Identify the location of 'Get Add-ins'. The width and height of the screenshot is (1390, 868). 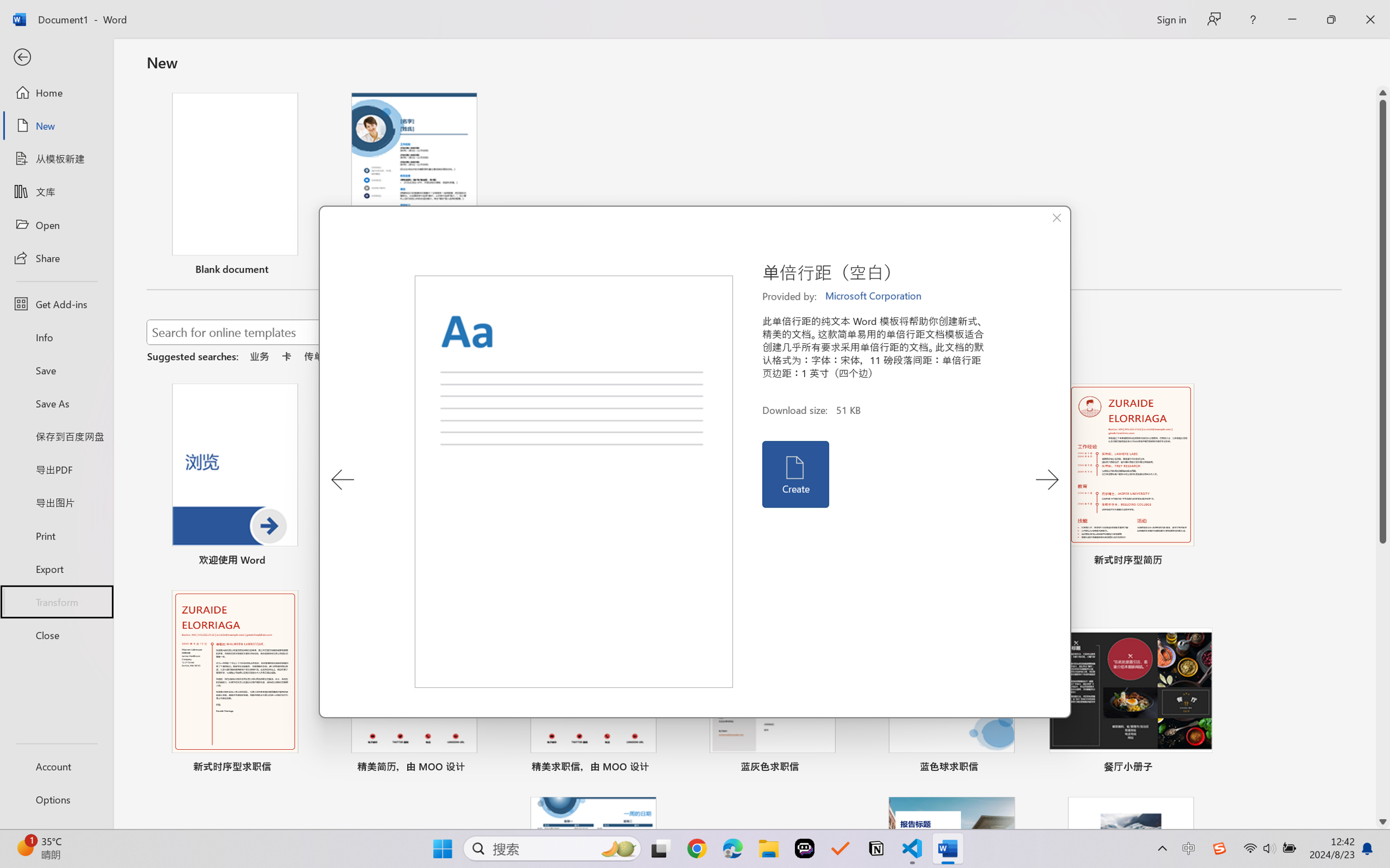
(56, 303).